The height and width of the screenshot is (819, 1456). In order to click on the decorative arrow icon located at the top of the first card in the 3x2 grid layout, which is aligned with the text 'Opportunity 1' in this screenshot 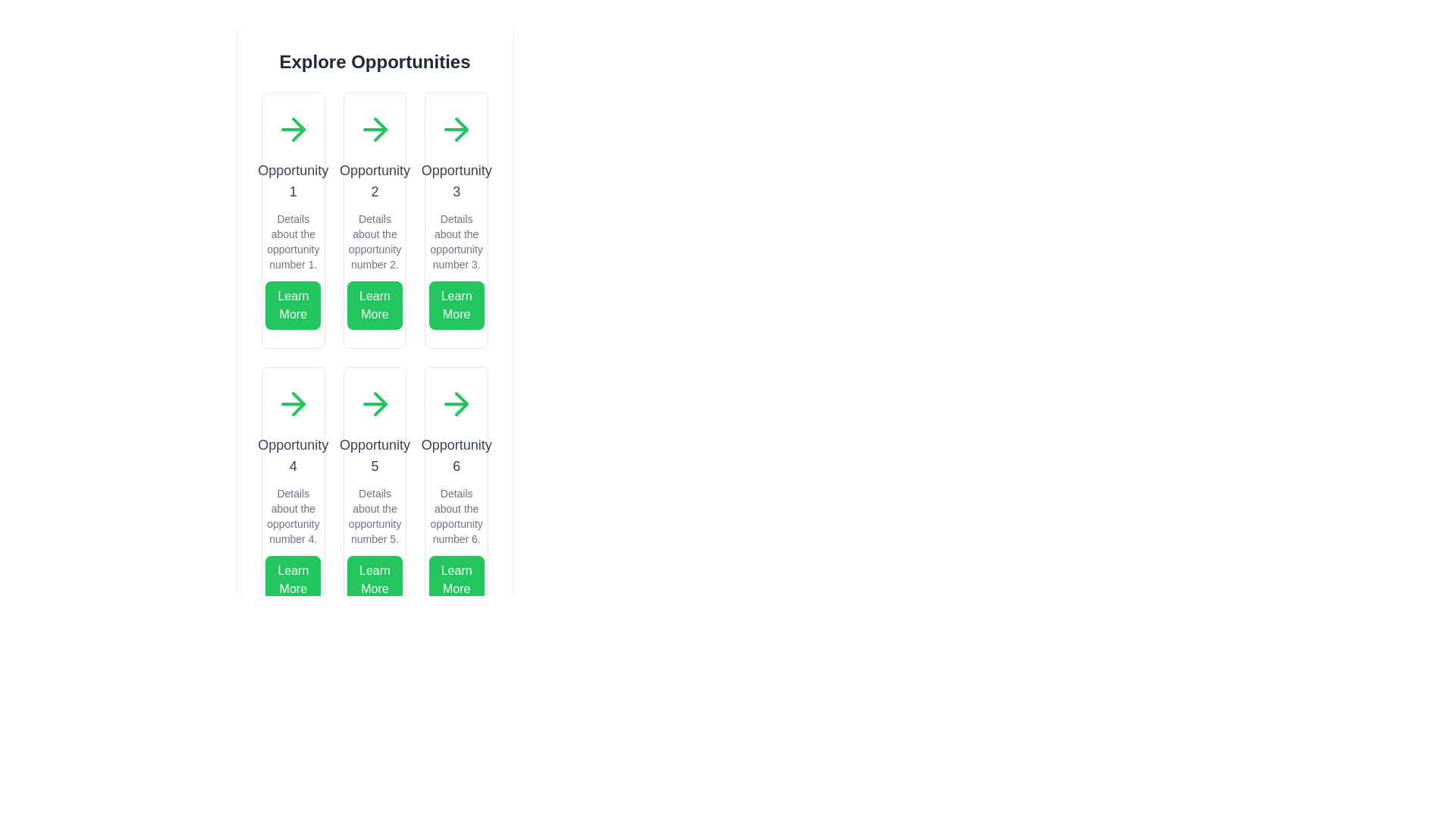, I will do `click(293, 128)`.